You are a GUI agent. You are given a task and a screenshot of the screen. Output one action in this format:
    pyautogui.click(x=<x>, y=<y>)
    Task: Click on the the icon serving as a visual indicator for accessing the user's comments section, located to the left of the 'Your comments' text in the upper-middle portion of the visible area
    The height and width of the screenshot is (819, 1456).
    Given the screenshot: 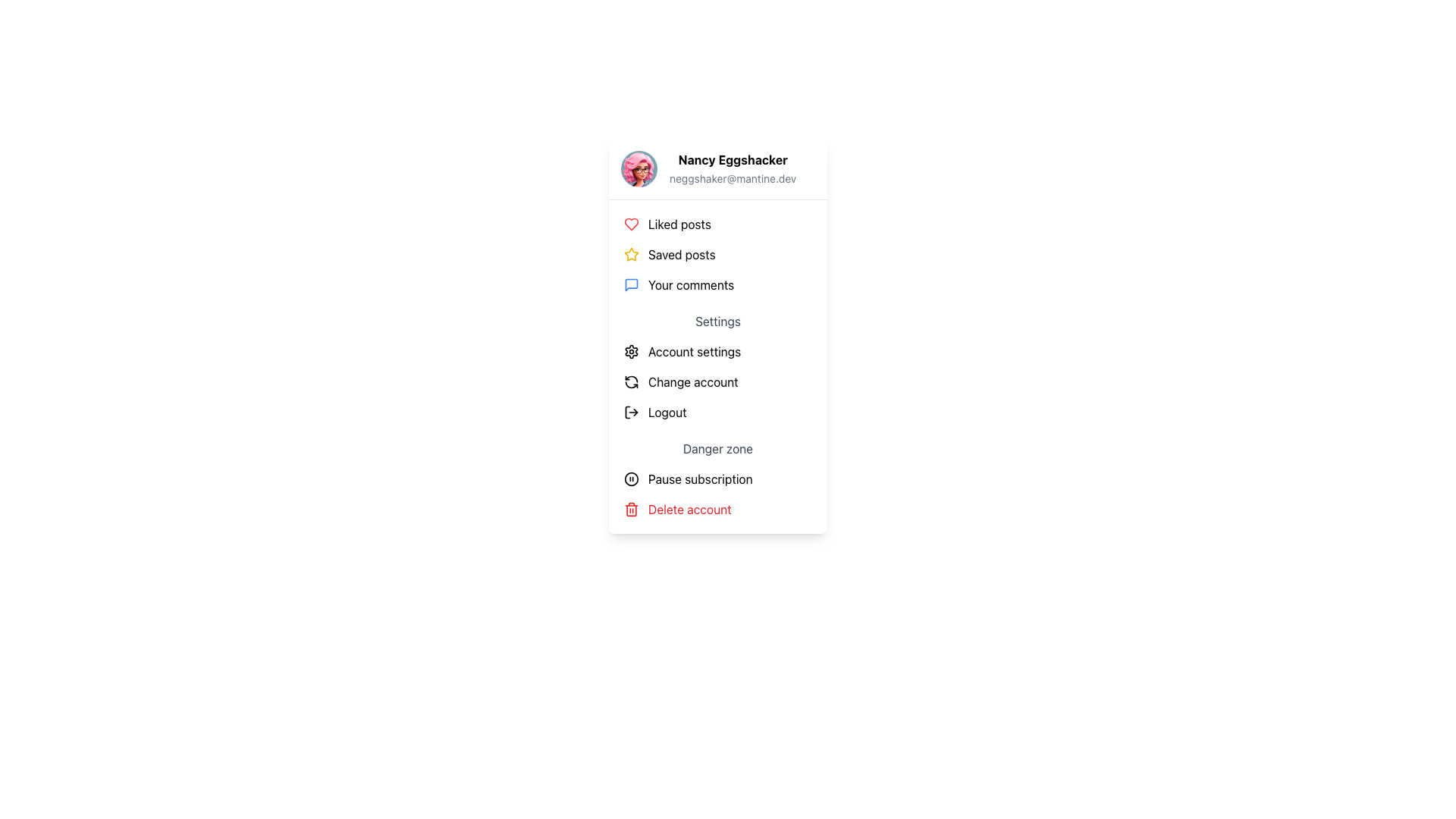 What is the action you would take?
    pyautogui.click(x=632, y=284)
    